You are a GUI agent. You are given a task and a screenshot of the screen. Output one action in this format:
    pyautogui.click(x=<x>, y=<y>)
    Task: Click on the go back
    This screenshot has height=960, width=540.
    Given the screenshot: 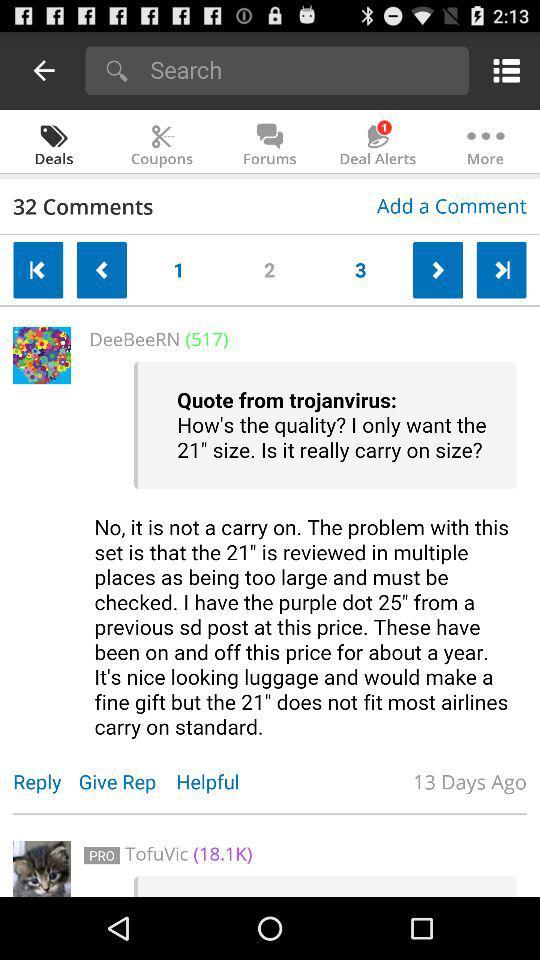 What is the action you would take?
    pyautogui.click(x=44, y=70)
    